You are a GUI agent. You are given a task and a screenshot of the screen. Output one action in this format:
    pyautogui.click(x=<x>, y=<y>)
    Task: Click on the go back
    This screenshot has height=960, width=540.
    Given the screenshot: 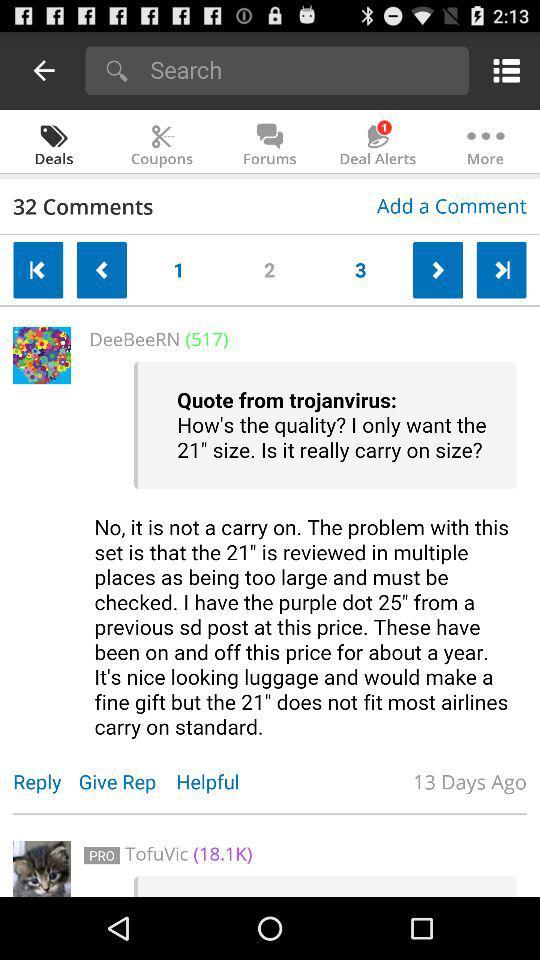 What is the action you would take?
    pyautogui.click(x=44, y=70)
    